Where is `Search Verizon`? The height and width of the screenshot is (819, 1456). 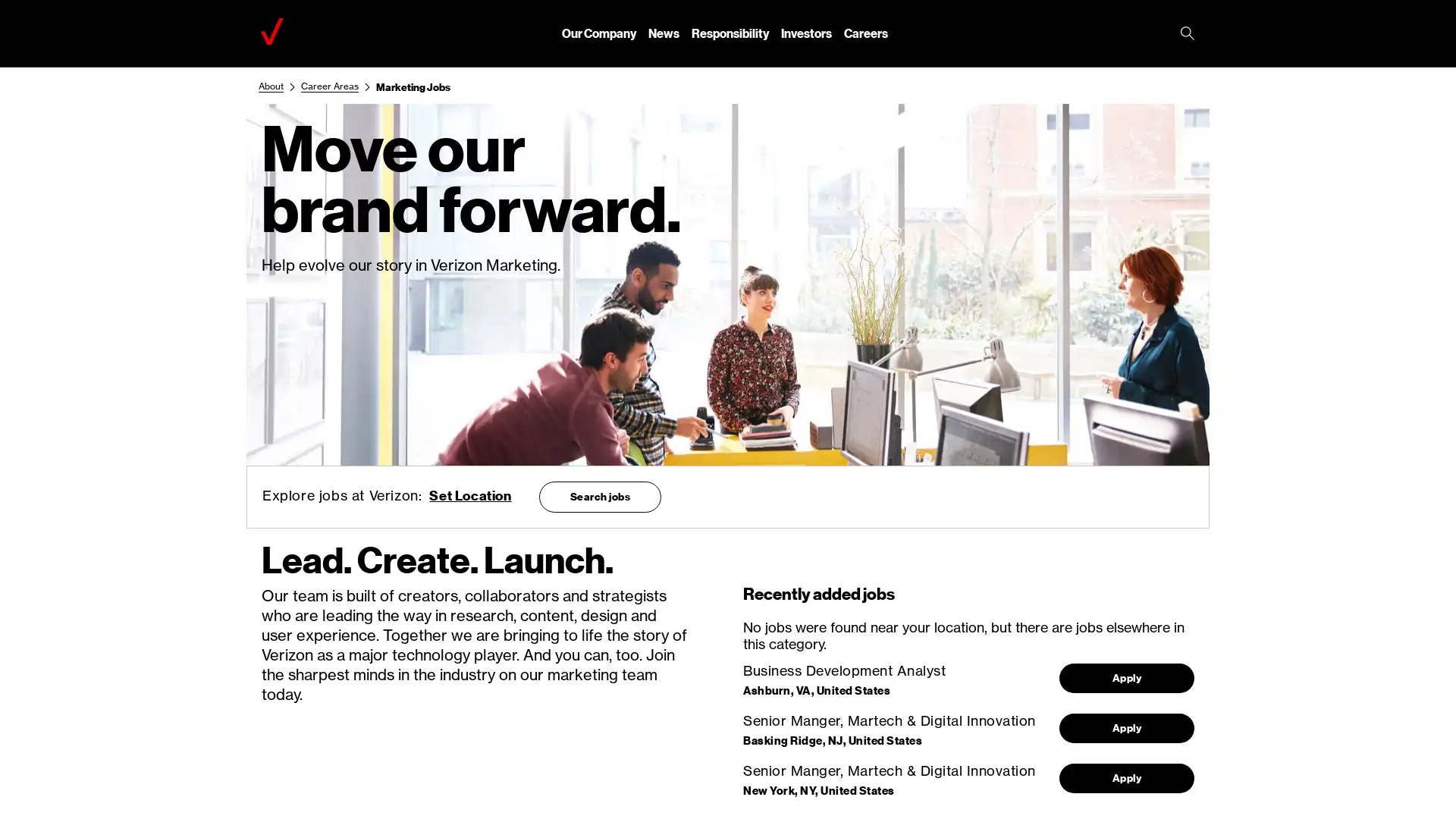 Search Verizon is located at coordinates (1186, 34).